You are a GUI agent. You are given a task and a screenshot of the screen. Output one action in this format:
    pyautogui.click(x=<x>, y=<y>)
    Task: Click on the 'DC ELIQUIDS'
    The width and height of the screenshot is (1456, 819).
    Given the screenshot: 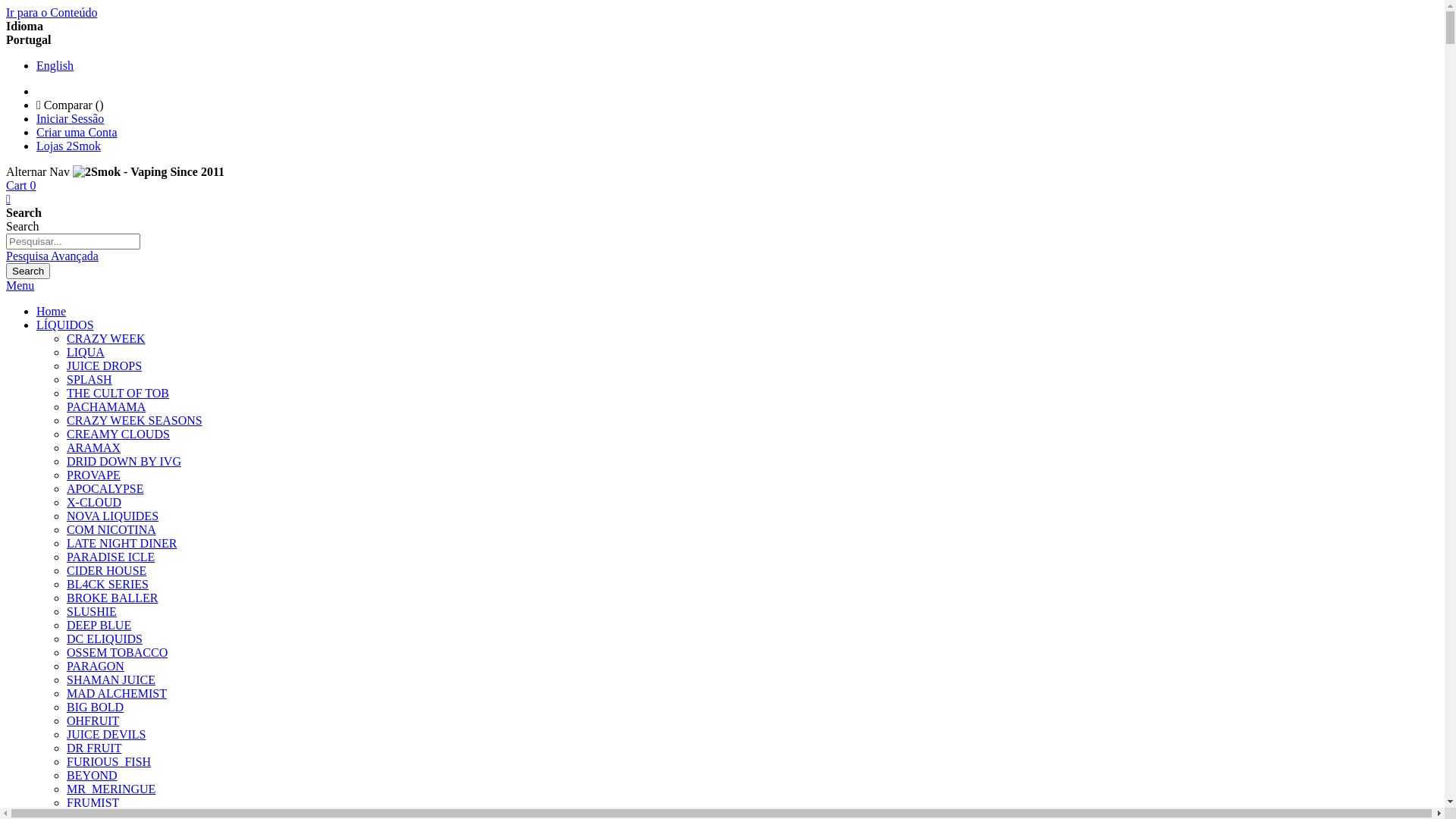 What is the action you would take?
    pyautogui.click(x=104, y=639)
    